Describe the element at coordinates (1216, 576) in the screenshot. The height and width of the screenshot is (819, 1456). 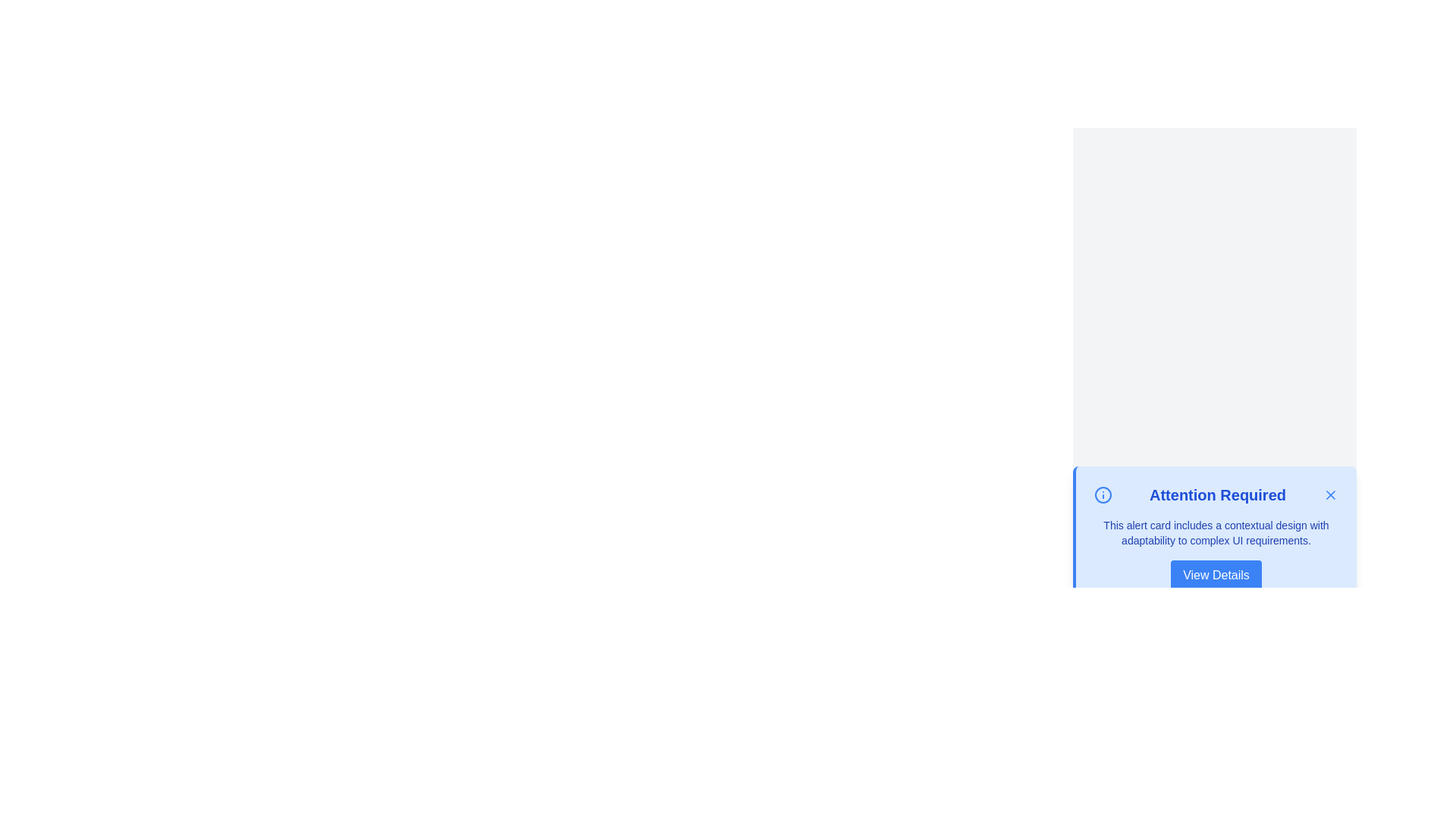
I see `the button located at the bottom center of the alert card labeled 'Attention Required' to see any accessibility rings or indicators` at that location.